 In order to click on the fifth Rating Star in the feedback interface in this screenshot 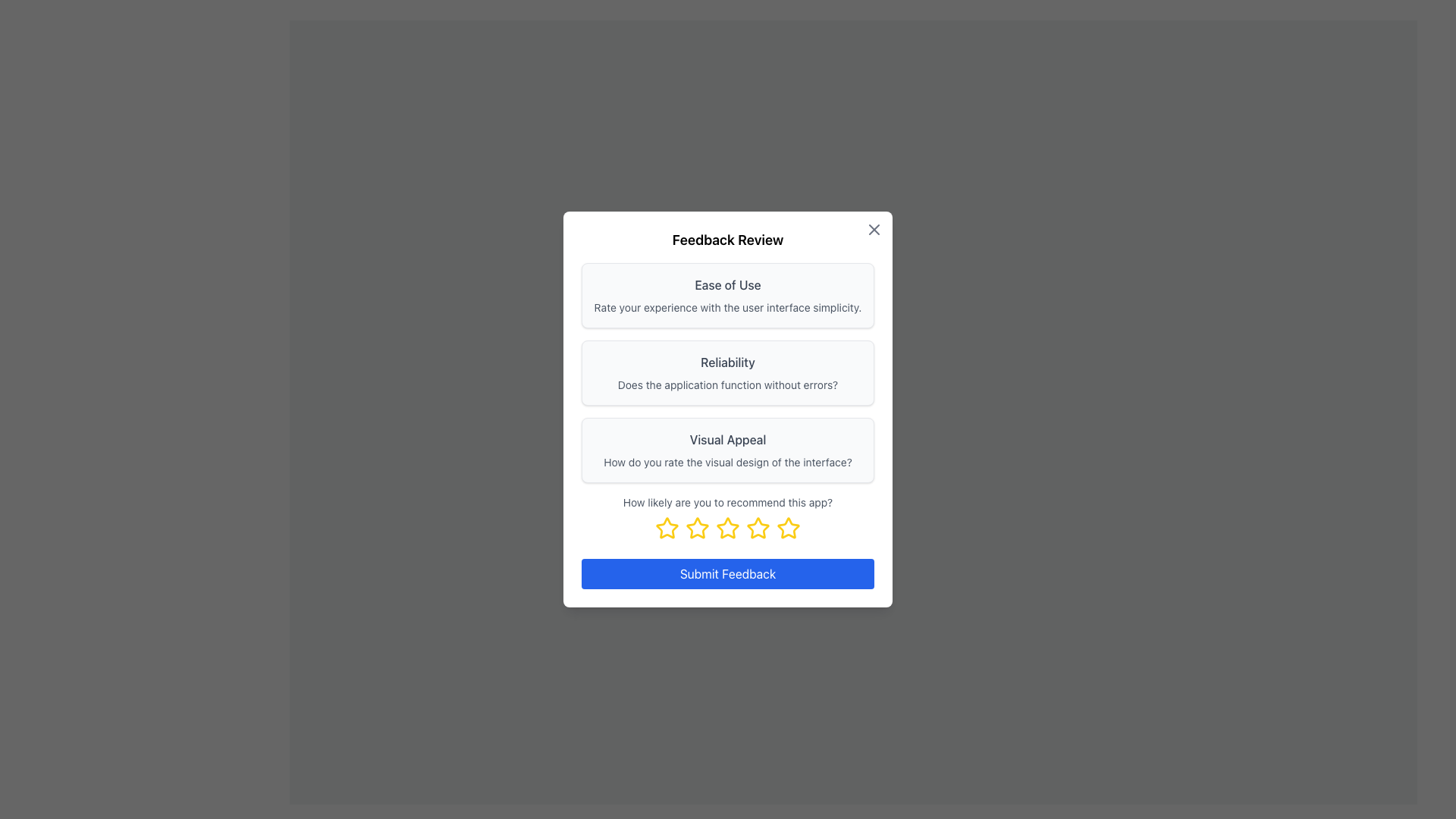, I will do `click(789, 528)`.